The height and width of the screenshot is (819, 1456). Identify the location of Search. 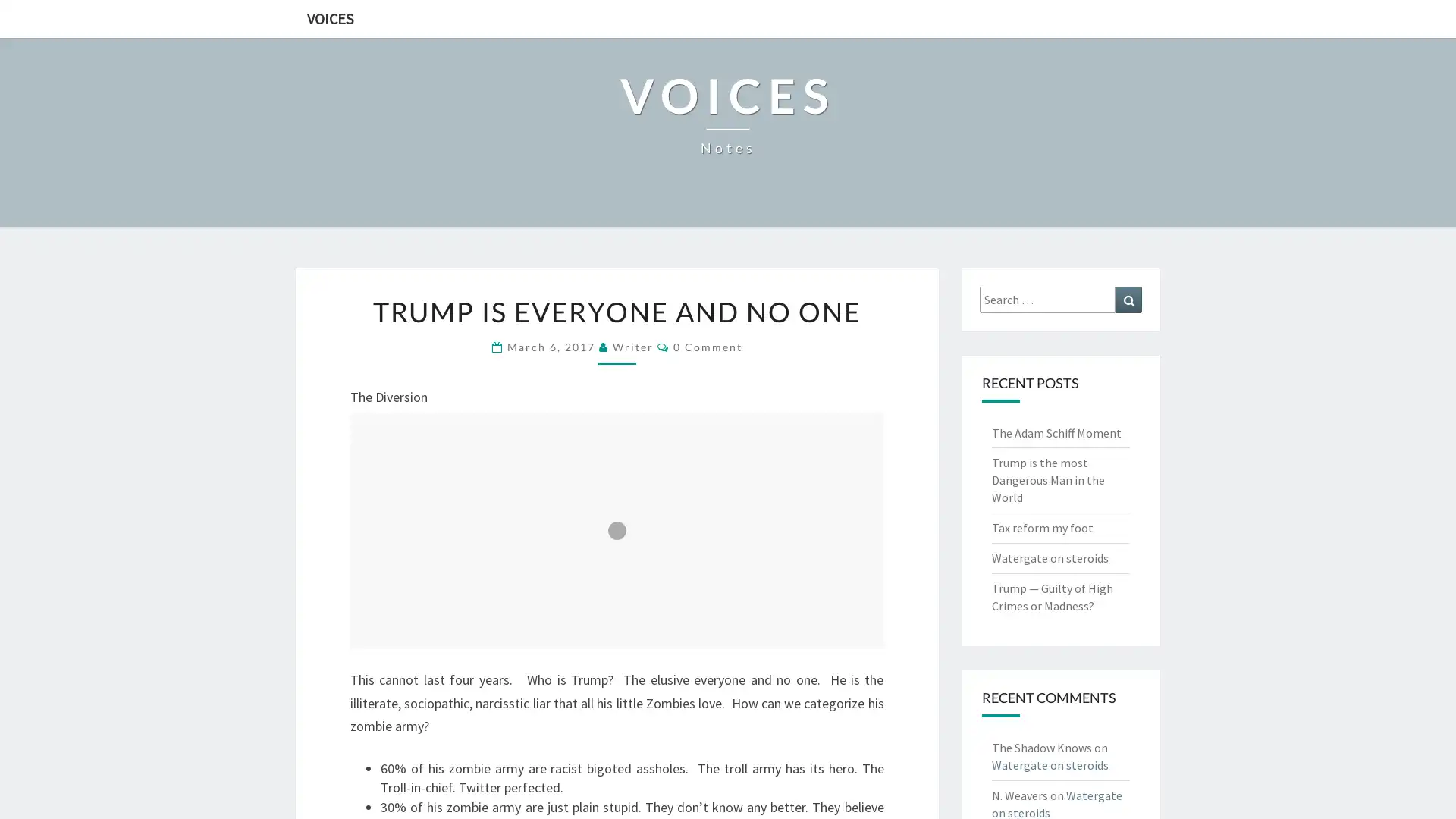
(1128, 299).